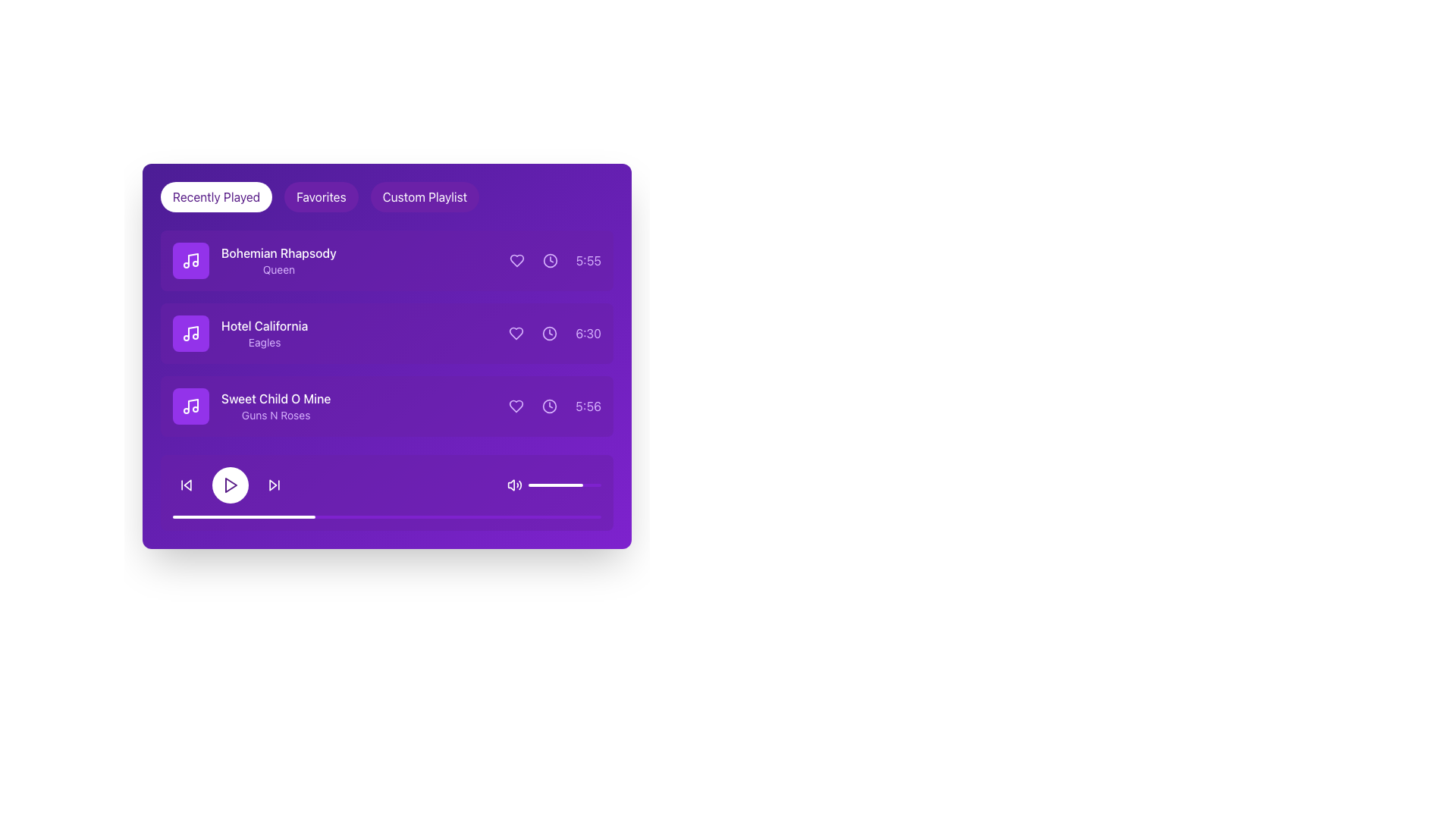 The width and height of the screenshot is (1456, 819). Describe the element at coordinates (516, 406) in the screenshot. I see `the favorite icon located in the third listing item of the playlist, which is positioned to the left of the duration text '5:56'` at that location.